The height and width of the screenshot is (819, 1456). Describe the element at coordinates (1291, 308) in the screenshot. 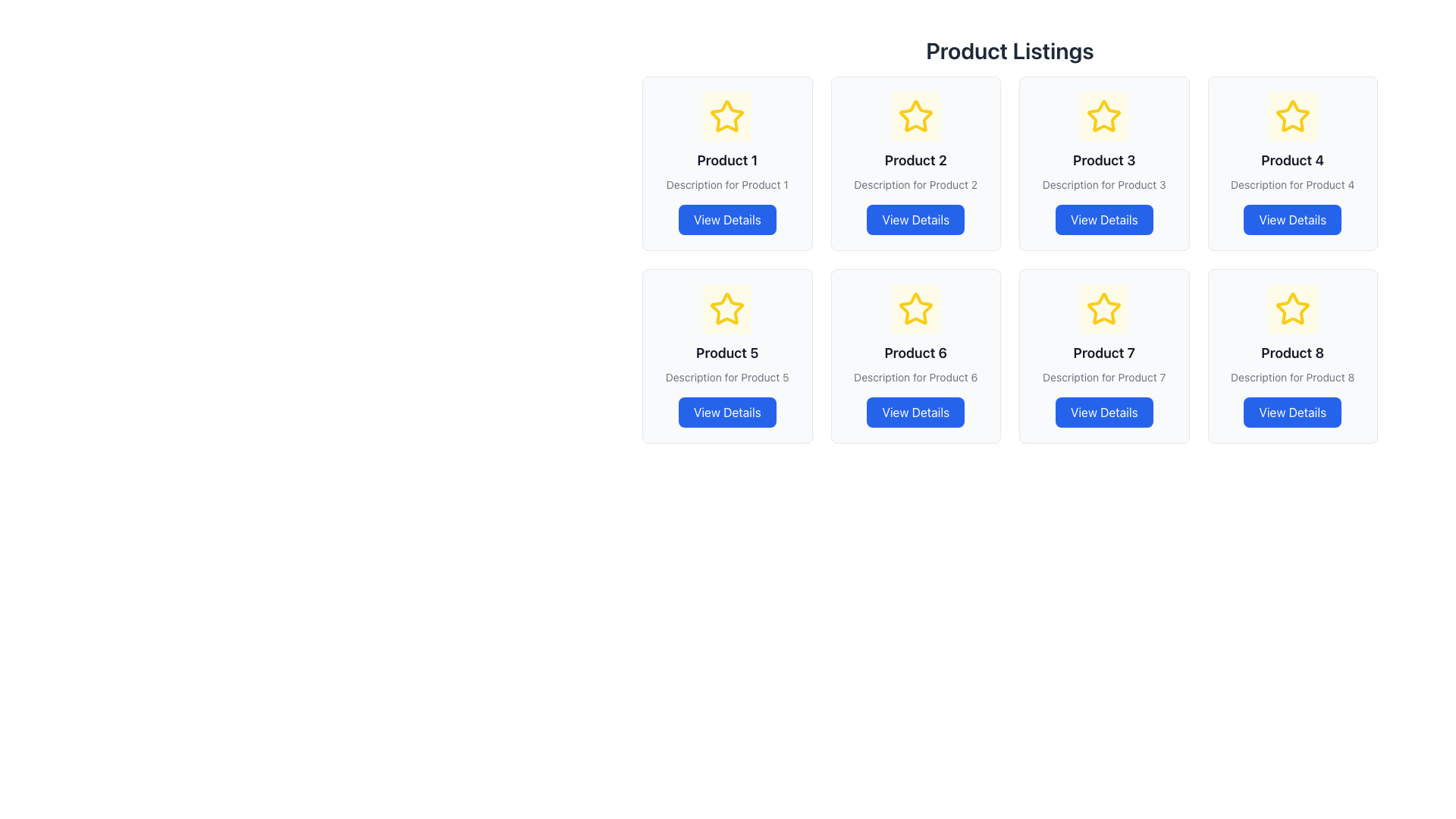

I see `the yellow star icon with a hollow center located in the 'Product 8' tile` at that location.